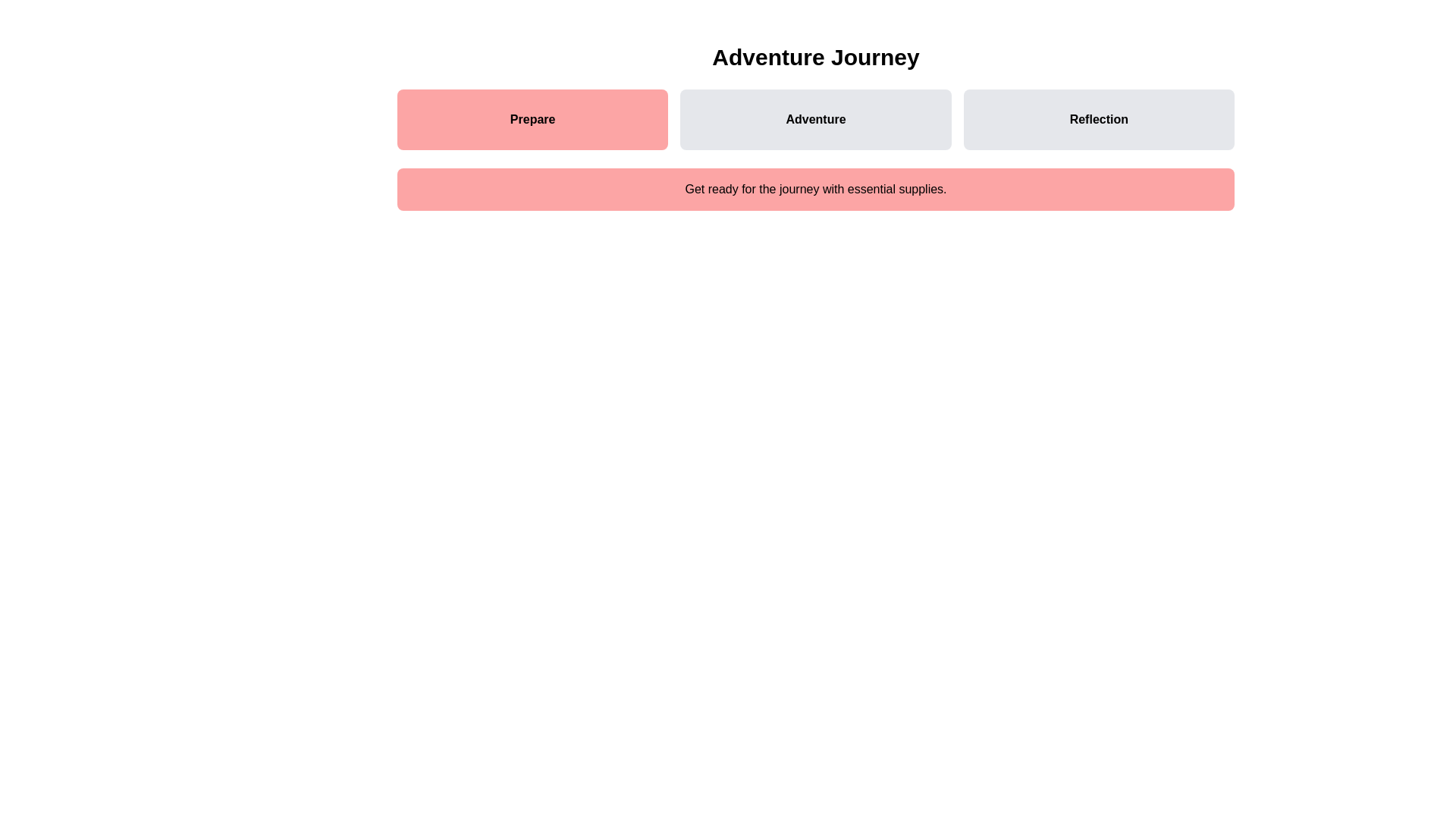 The image size is (1456, 819). I want to click on the Prepare step to navigate to its content, so click(532, 119).